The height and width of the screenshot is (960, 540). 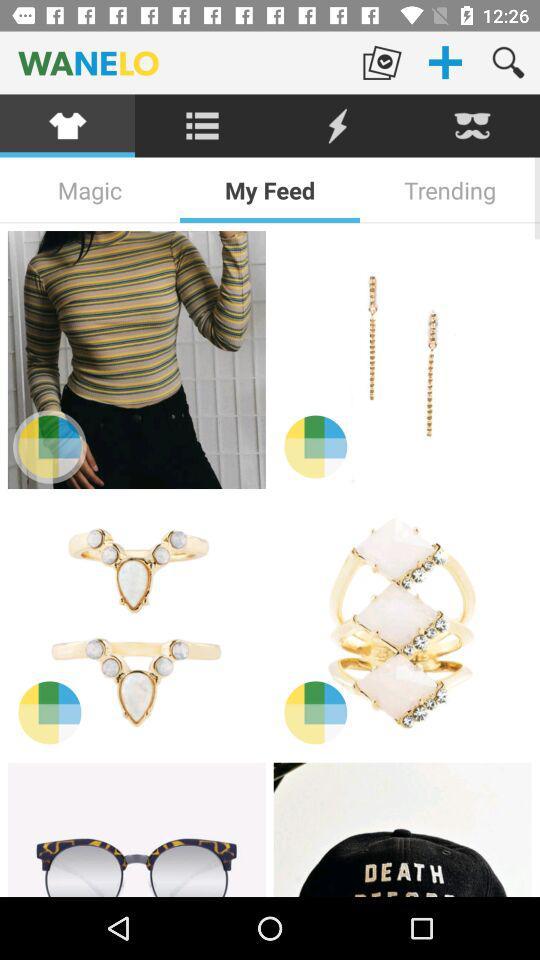 What do you see at coordinates (402, 829) in the screenshot?
I see `photo` at bounding box center [402, 829].